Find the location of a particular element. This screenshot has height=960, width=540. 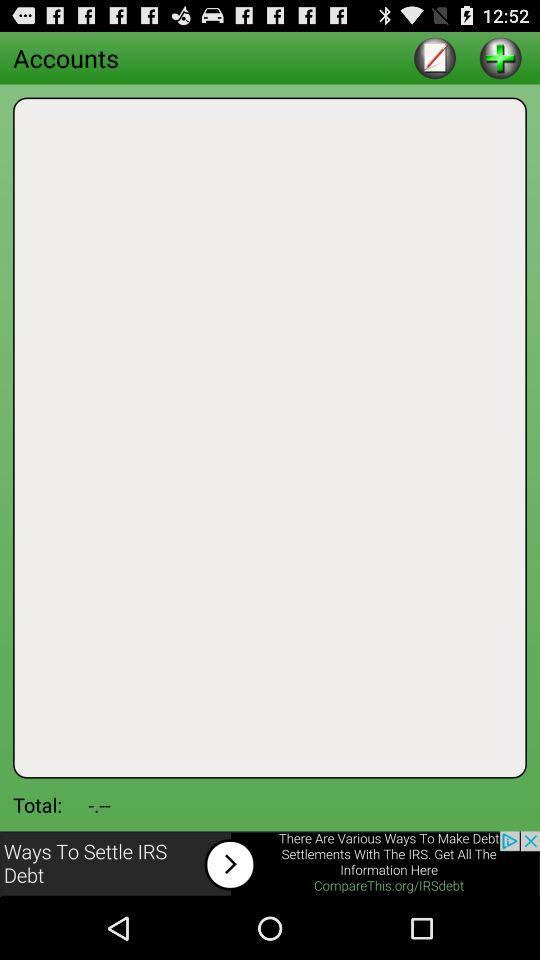

no idea is located at coordinates (499, 56).